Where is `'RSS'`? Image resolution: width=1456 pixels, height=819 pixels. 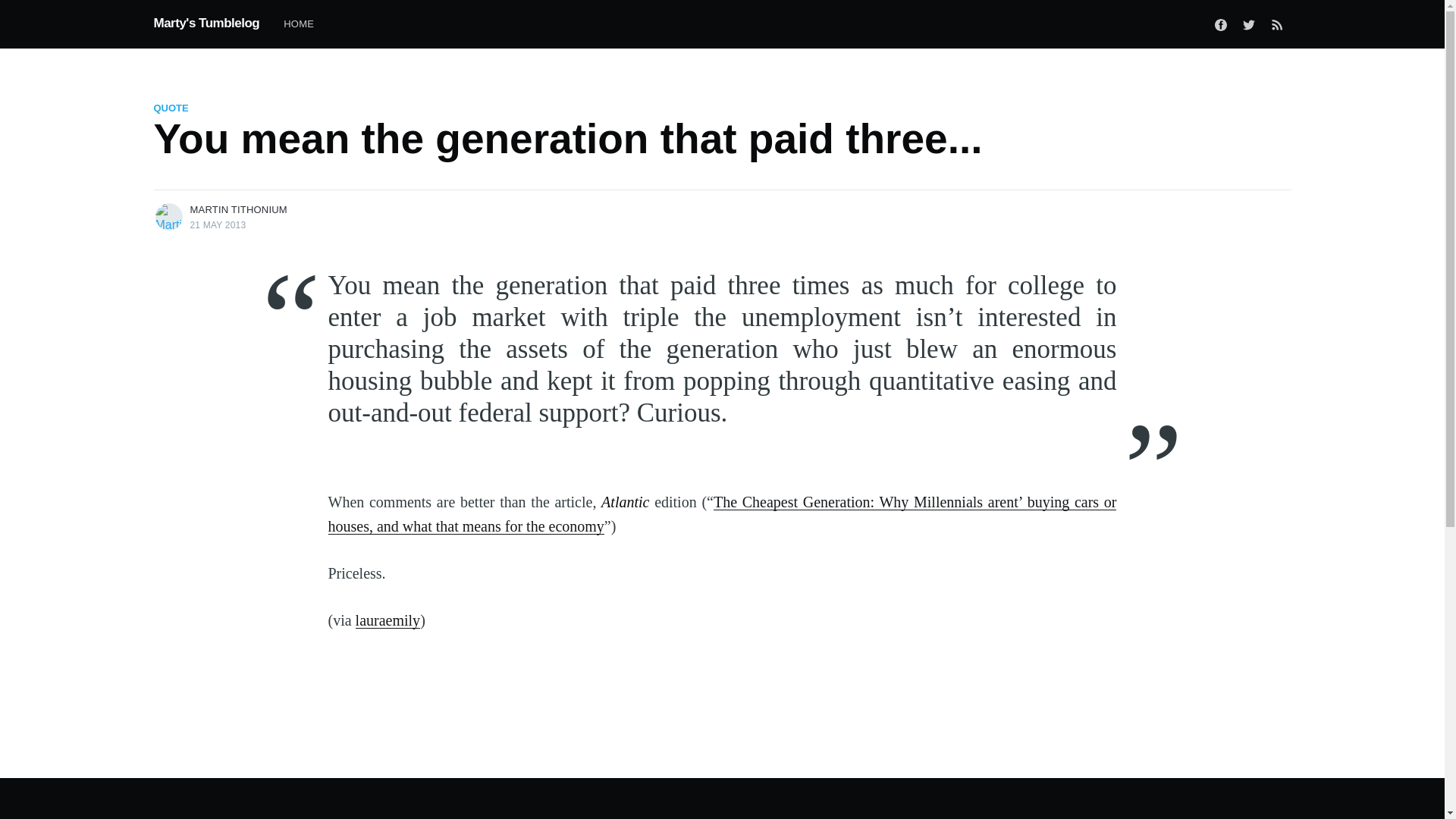
'RSS' is located at coordinates (1276, 24).